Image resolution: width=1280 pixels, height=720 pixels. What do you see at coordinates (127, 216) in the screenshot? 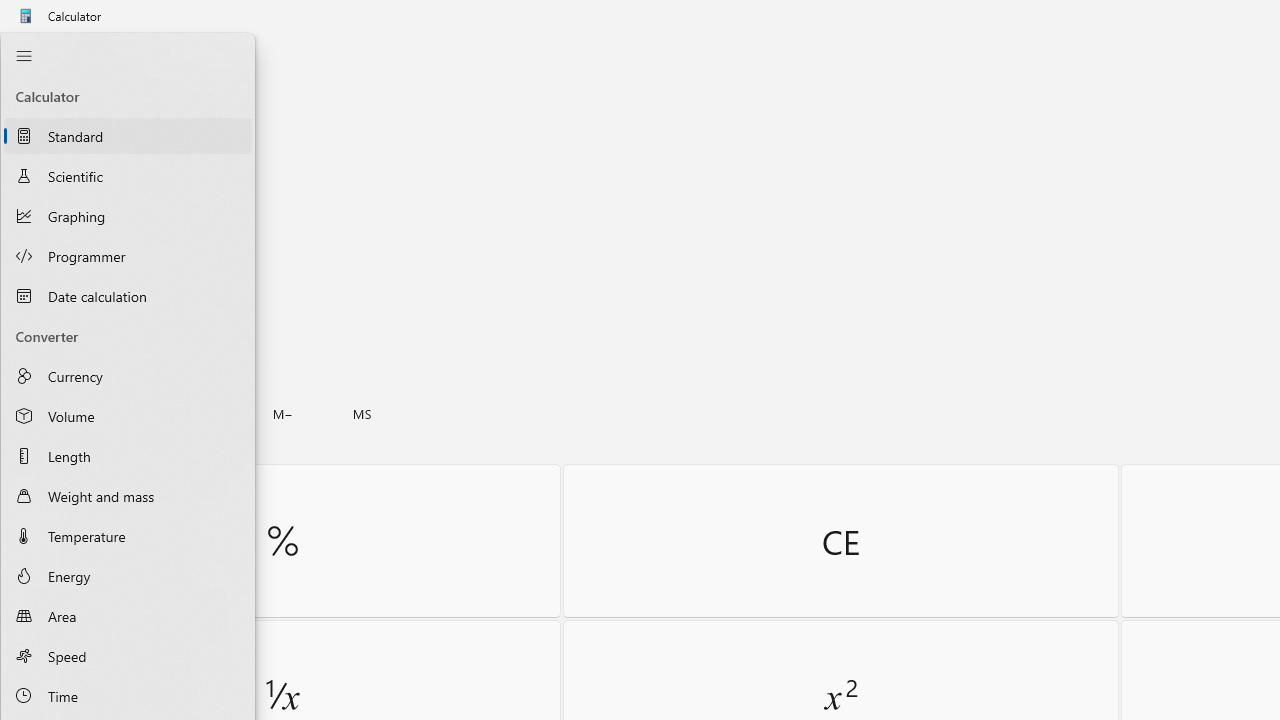
I see `'Graphing Calculator'` at bounding box center [127, 216].